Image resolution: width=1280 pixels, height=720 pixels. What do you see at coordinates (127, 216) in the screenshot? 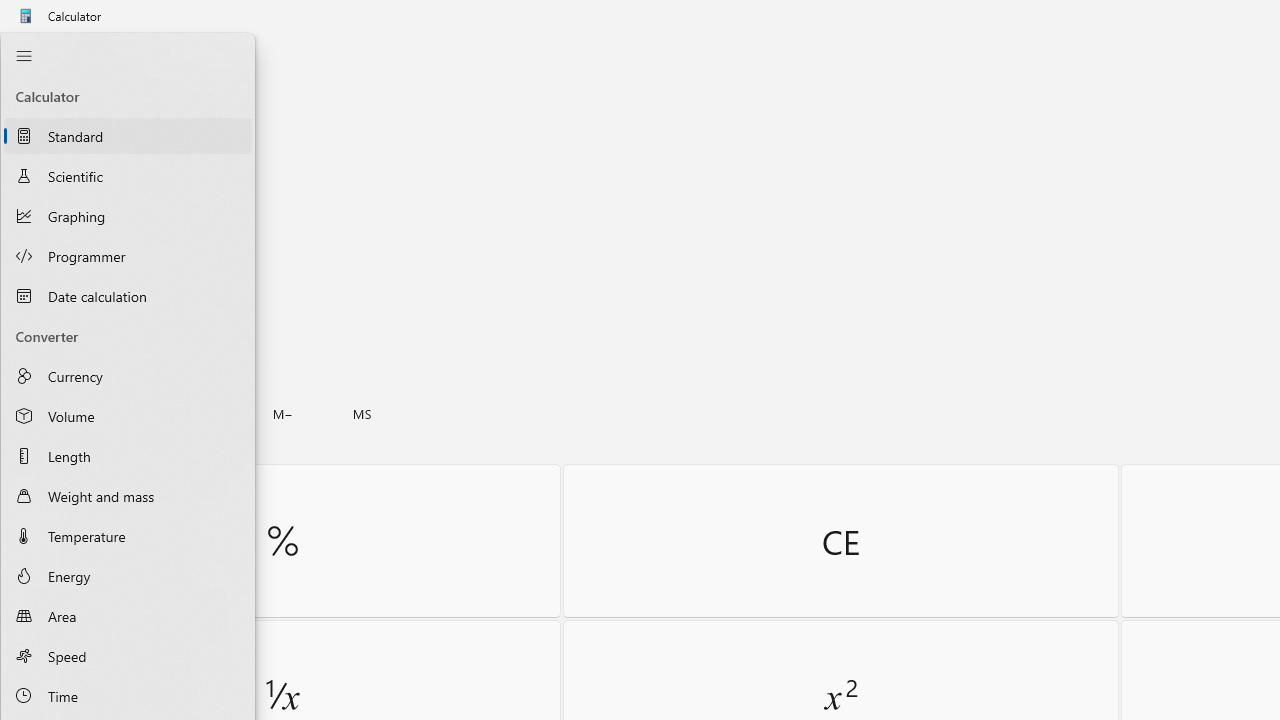
I see `'Graphing Calculator'` at bounding box center [127, 216].